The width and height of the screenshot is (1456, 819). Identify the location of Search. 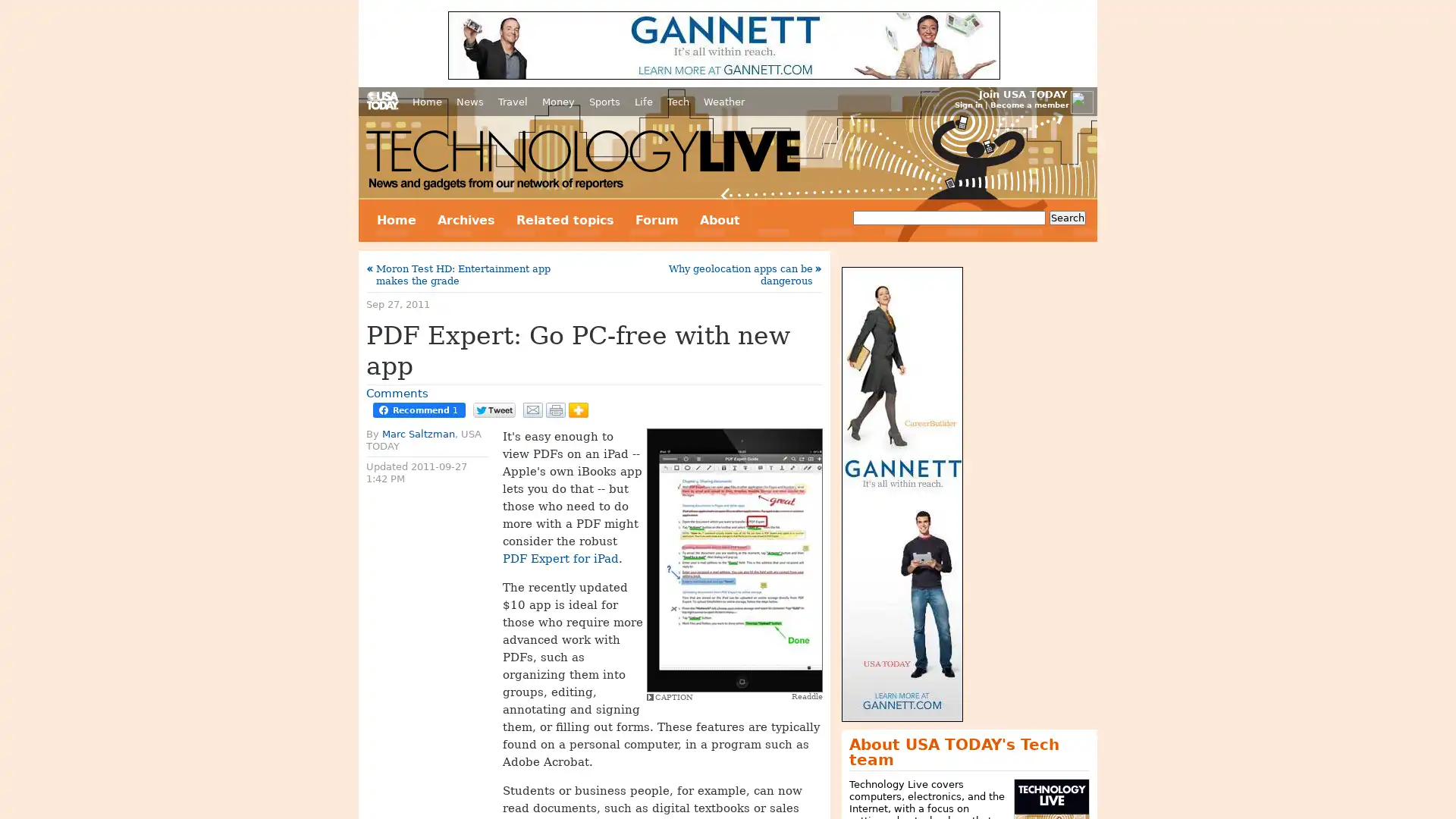
(1066, 218).